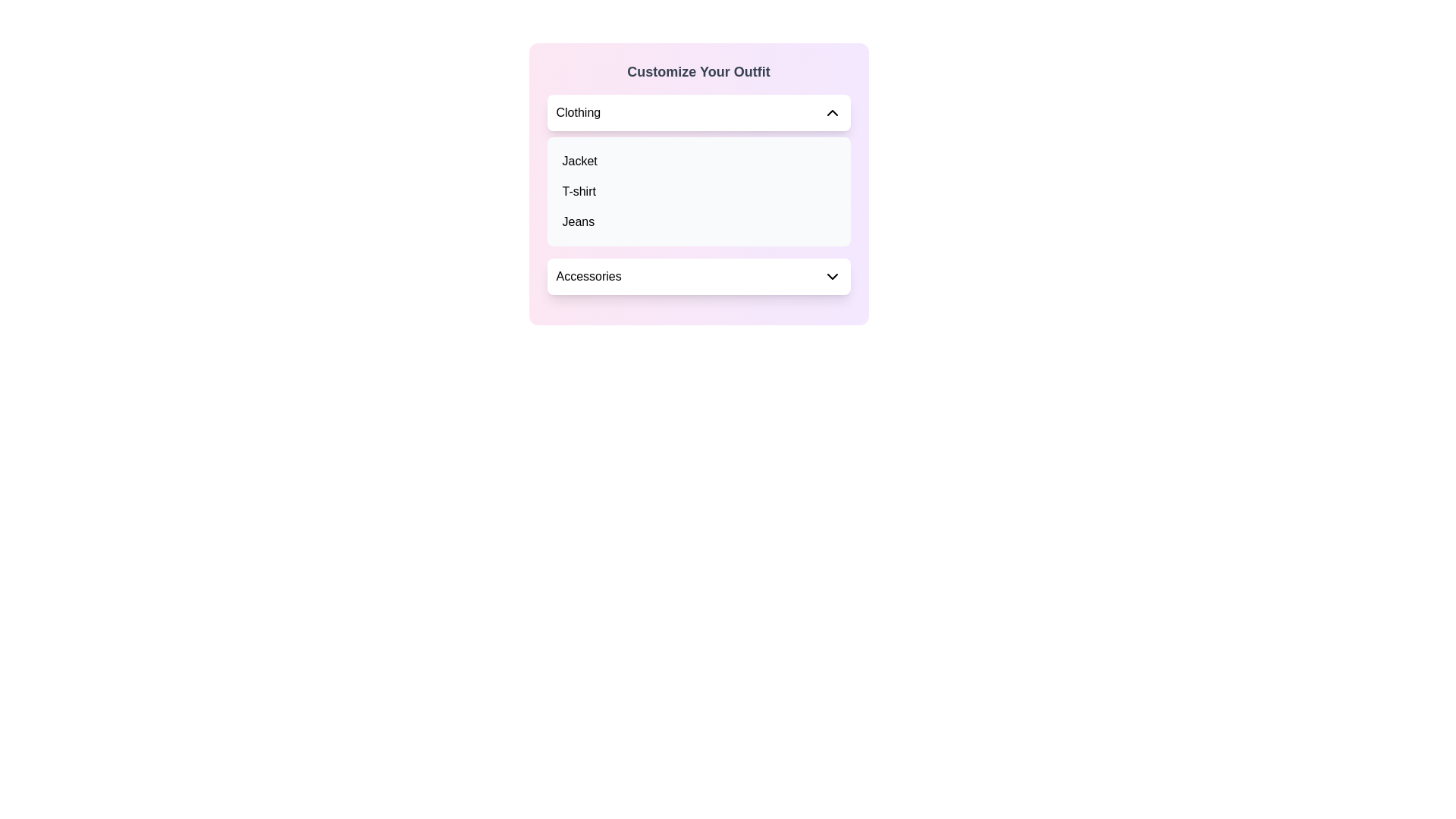 The image size is (1456, 819). I want to click on the dropdown menu located at the top of the clothing categories, which allows users, so click(698, 112).